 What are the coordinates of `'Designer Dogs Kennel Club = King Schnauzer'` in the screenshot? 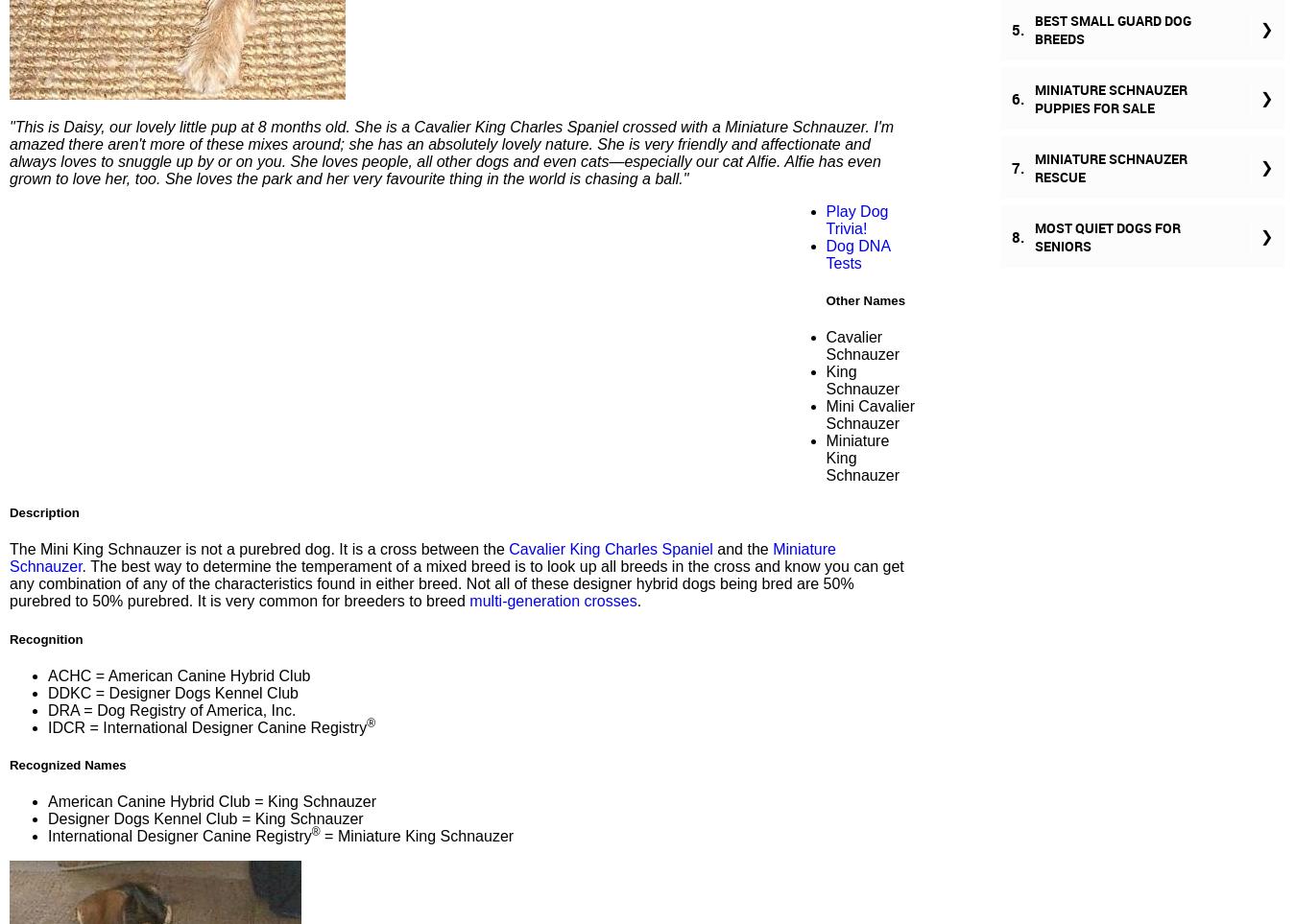 It's located at (204, 818).